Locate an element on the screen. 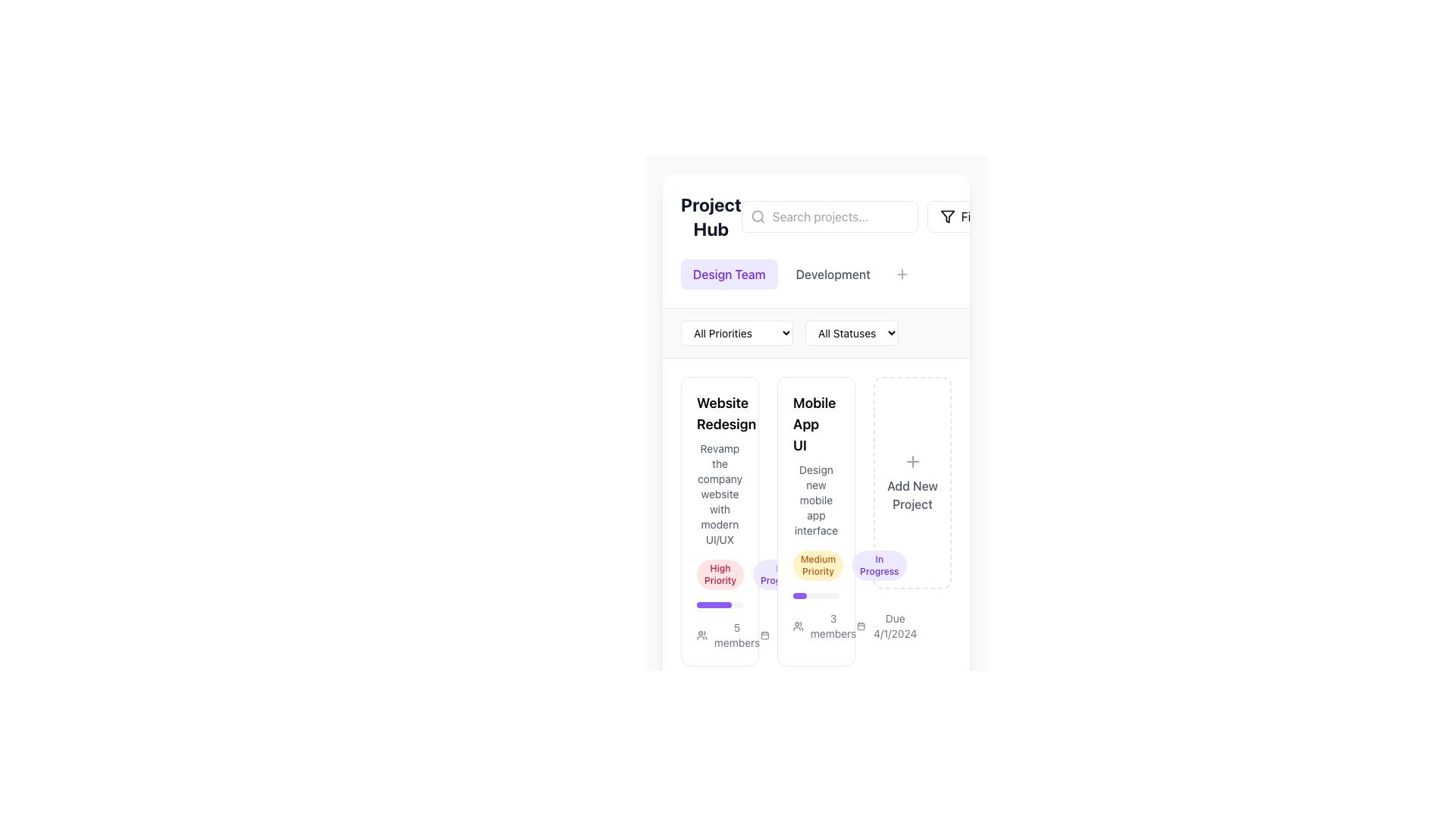 This screenshot has width=1456, height=819. the dropdown menu for filtering items by priority levels located in the upper-right section of the main content area, next to 'All Statuses' is located at coordinates (736, 332).